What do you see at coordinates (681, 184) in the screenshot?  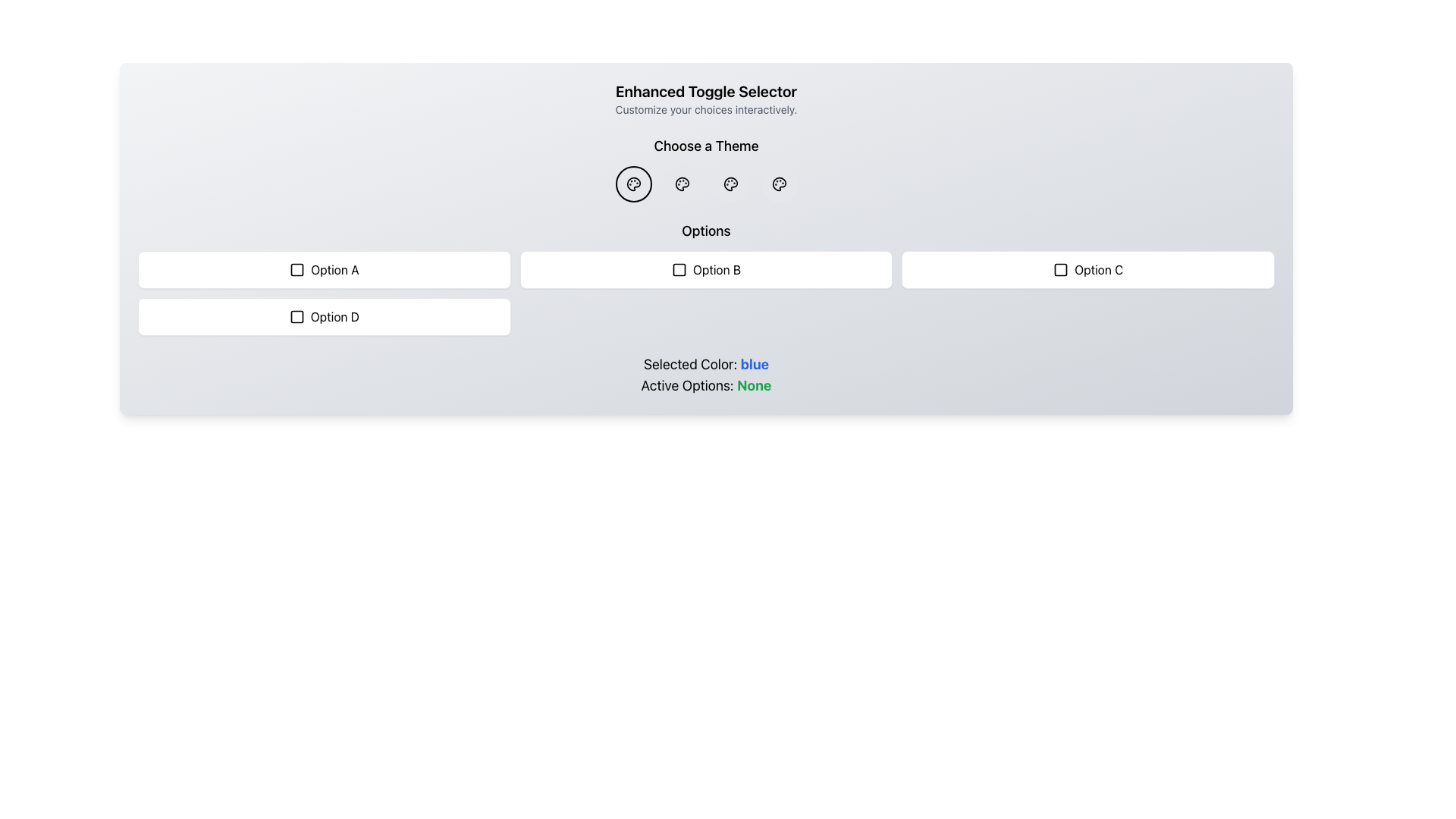 I see `the second color/theme icon in the 'Choose a Theme' selection row` at bounding box center [681, 184].